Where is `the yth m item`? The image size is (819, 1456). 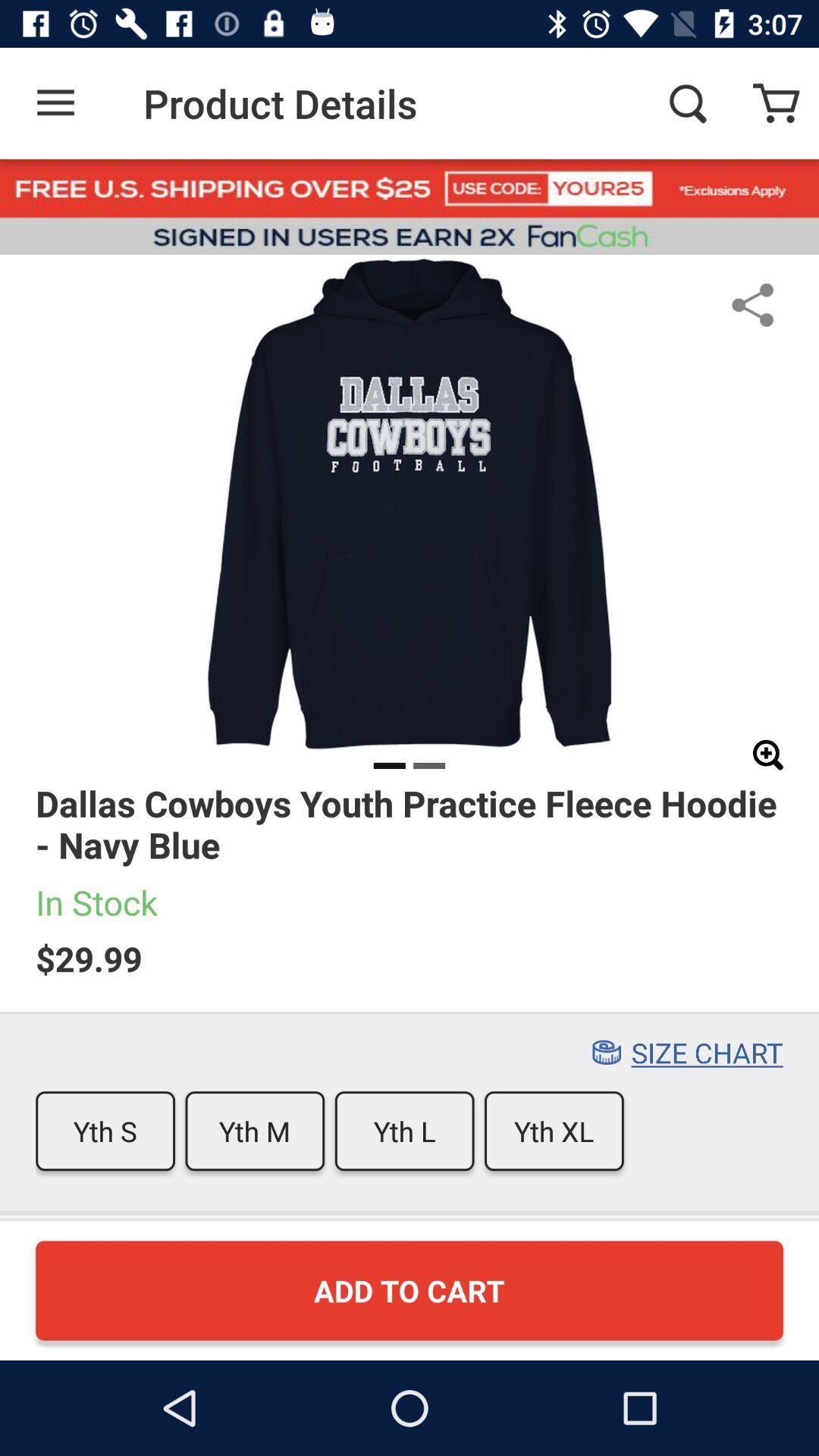 the yth m item is located at coordinates (254, 1131).